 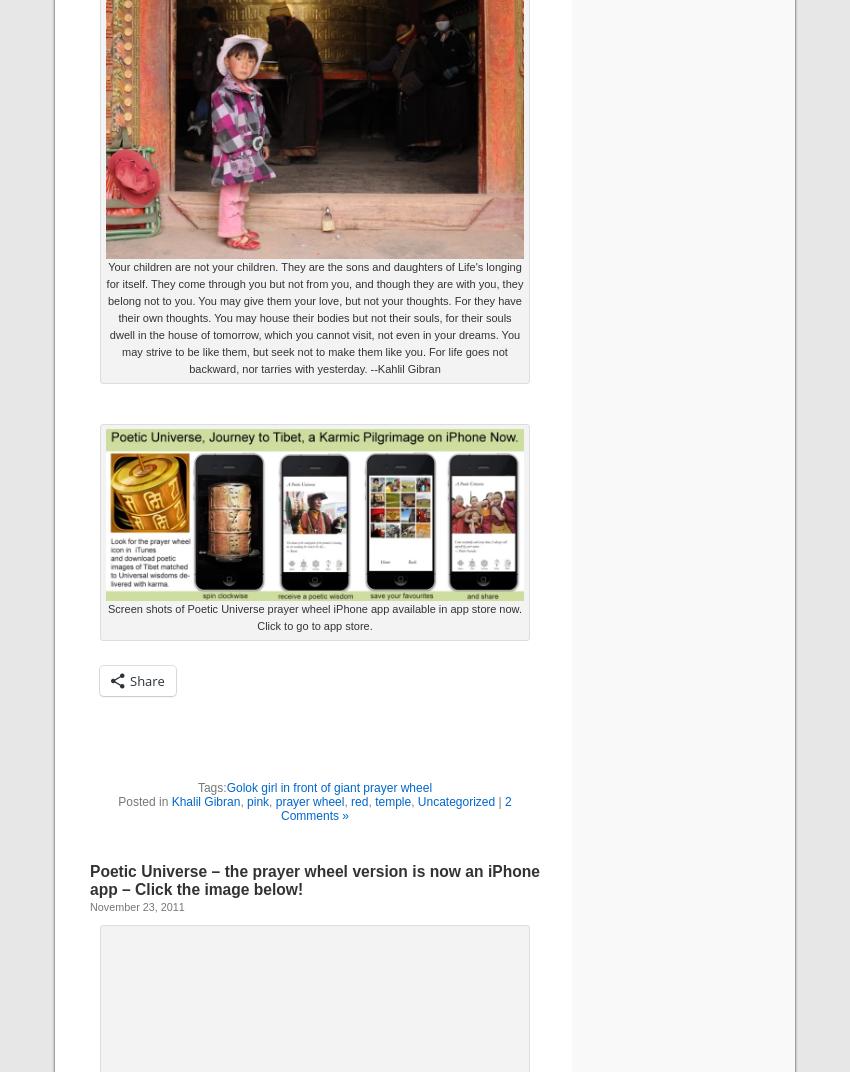 I want to click on 'temple', so click(x=393, y=800).